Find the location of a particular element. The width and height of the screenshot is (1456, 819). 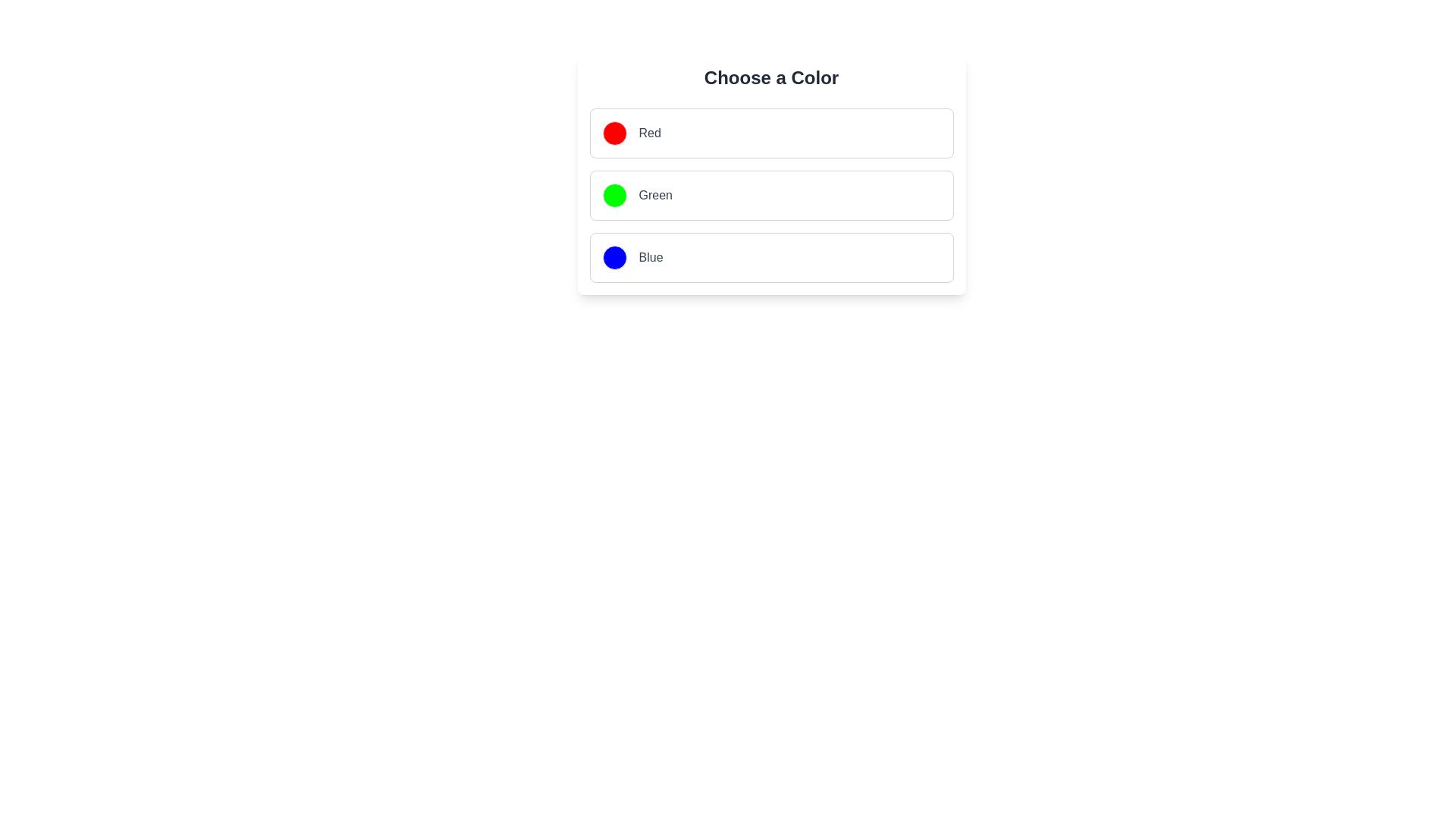

the text label displaying 'Green', which is styled with a medium-weight font and gray color, located in the second choice box of a vertical list of color options is located at coordinates (655, 195).